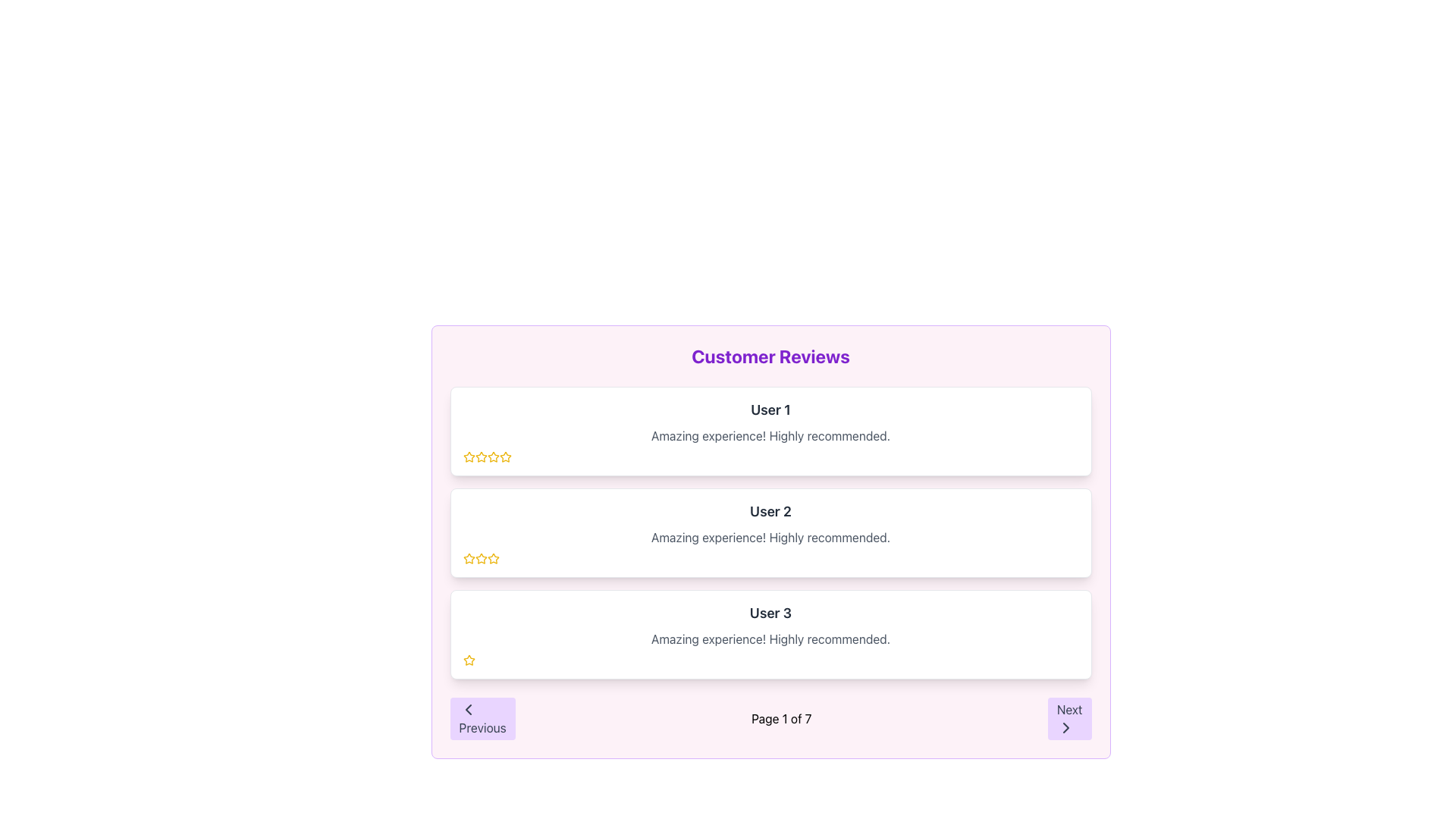 The image size is (1456, 819). What do you see at coordinates (770, 435) in the screenshot?
I see `the text display that provides user review content for the product or service, located in the first review card below the title 'User 1' and above the rating section with star icons` at bounding box center [770, 435].